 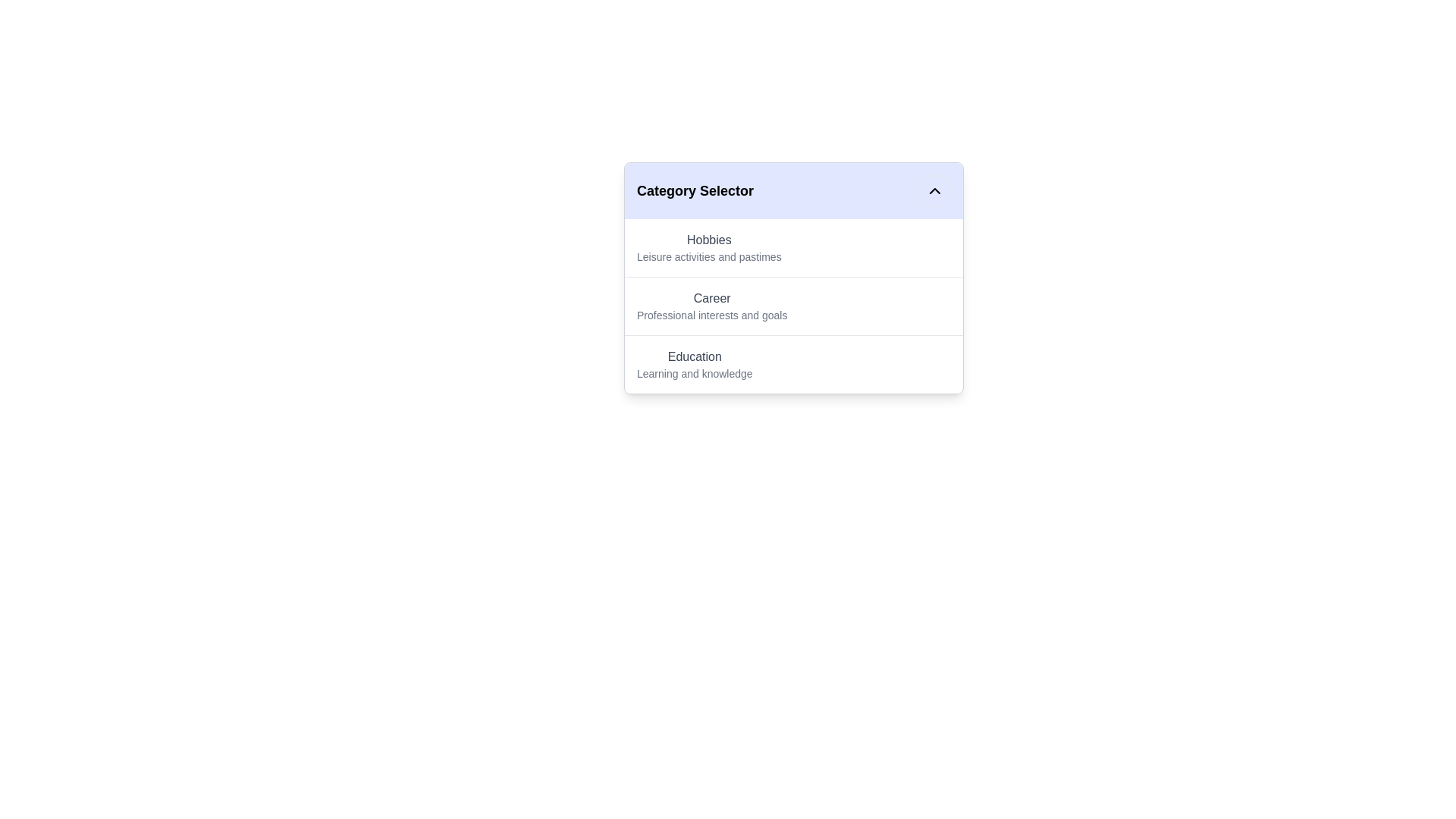 What do you see at coordinates (694, 356) in the screenshot?
I see `the 'Education' text label, which is located in the third row of the category selector dropdown and appears above the description 'Learning and knowledge'` at bounding box center [694, 356].